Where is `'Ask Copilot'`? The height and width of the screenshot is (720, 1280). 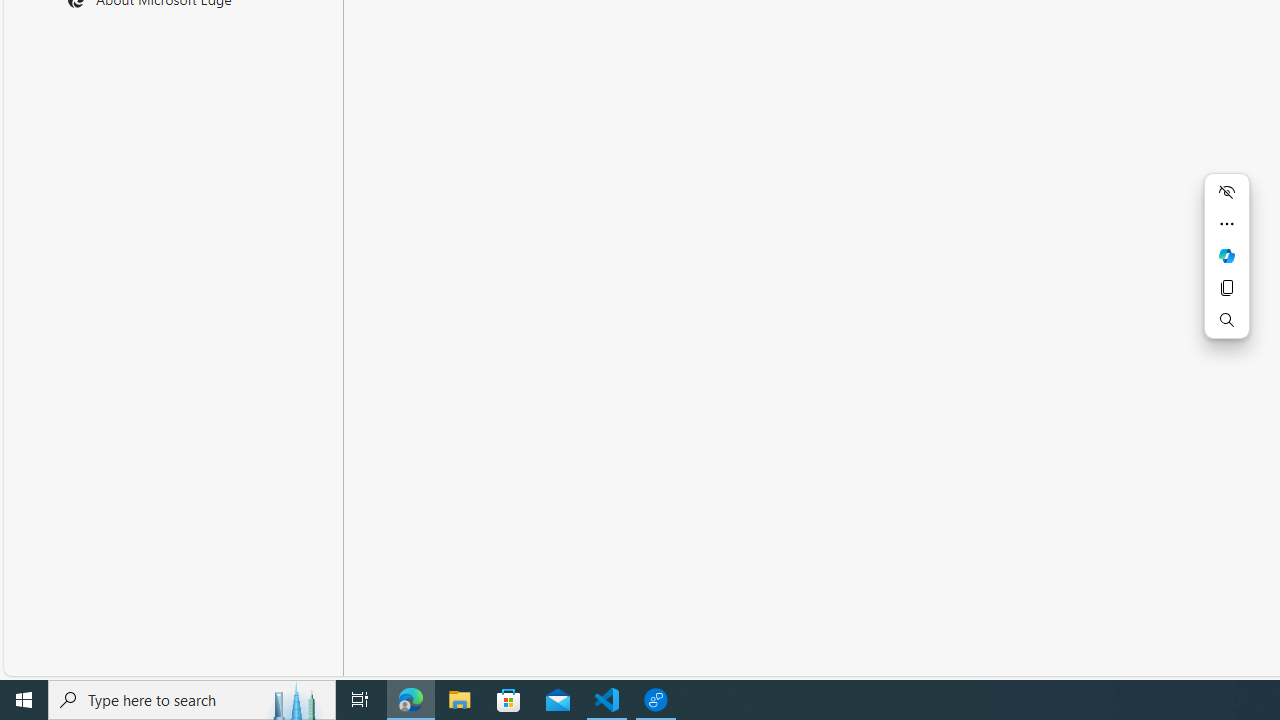 'Ask Copilot' is located at coordinates (1225, 254).